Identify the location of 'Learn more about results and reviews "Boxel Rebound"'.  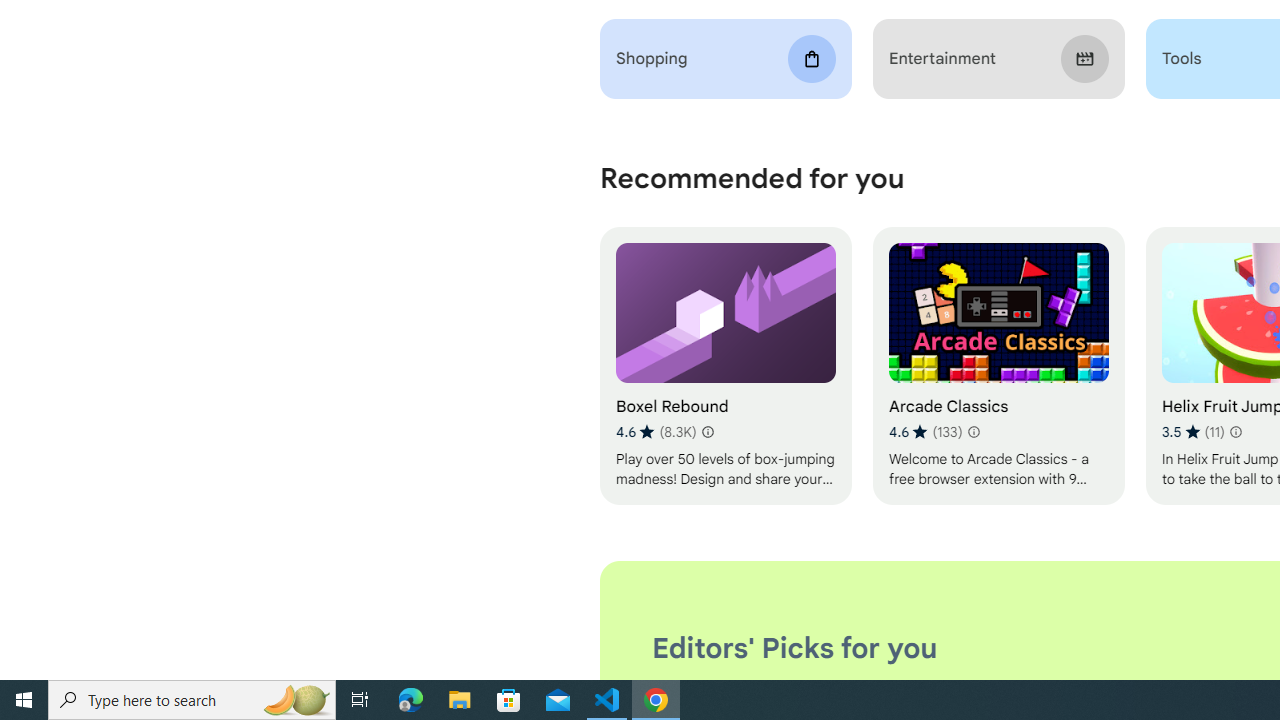
(707, 431).